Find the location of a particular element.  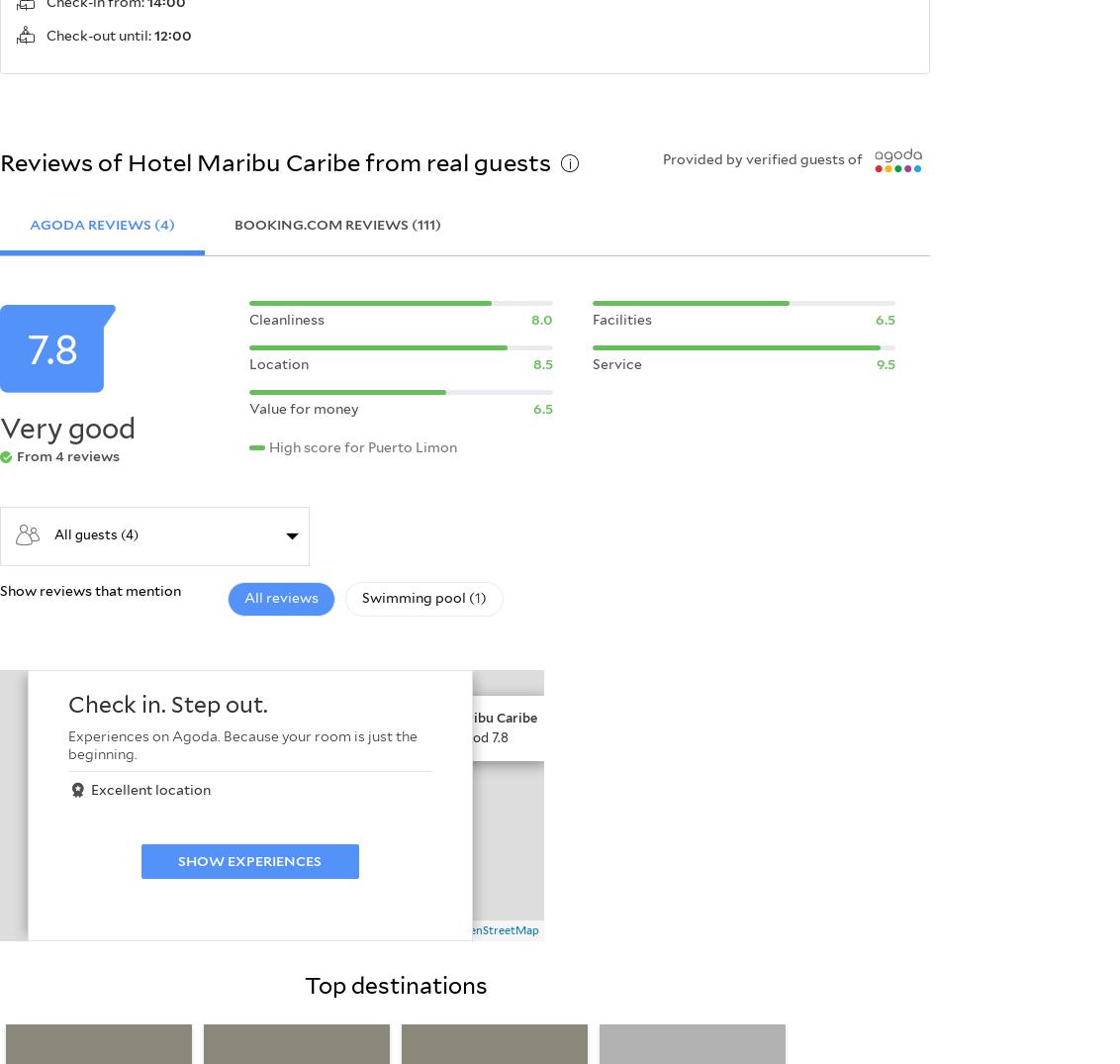

'Very good' is located at coordinates (0, 428).